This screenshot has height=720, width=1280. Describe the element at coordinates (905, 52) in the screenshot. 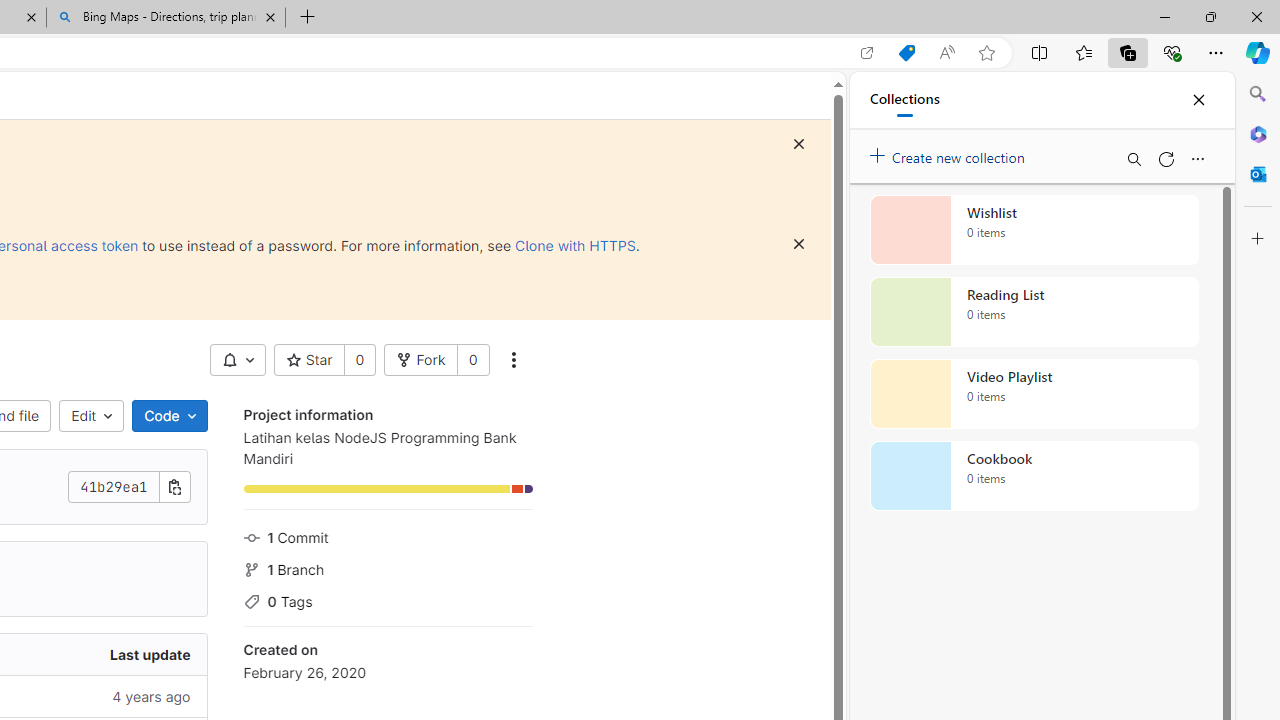

I see `'Shopping in Microsoft Edge'` at that location.